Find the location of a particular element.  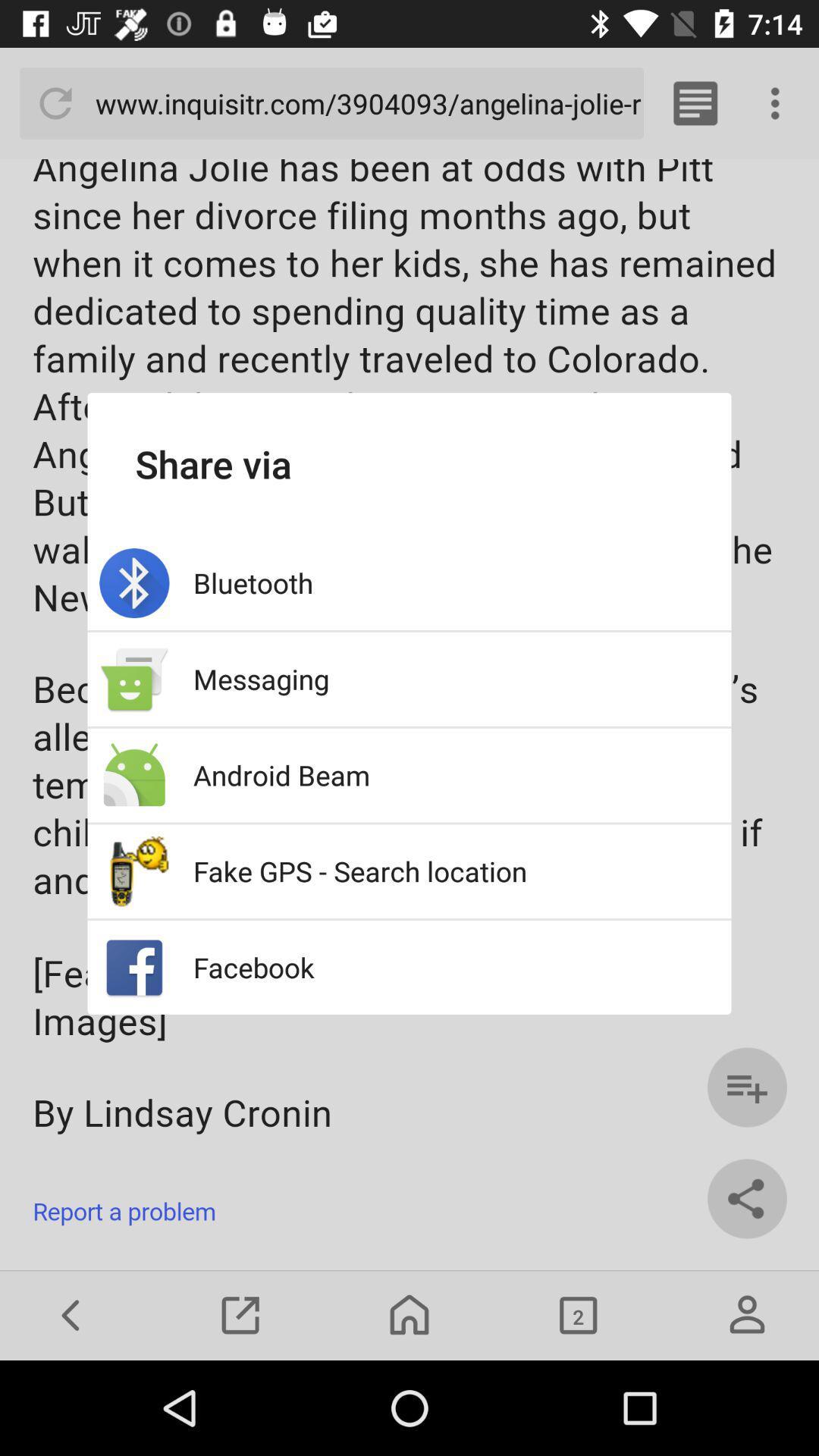

the playlist icon is located at coordinates (746, 1087).